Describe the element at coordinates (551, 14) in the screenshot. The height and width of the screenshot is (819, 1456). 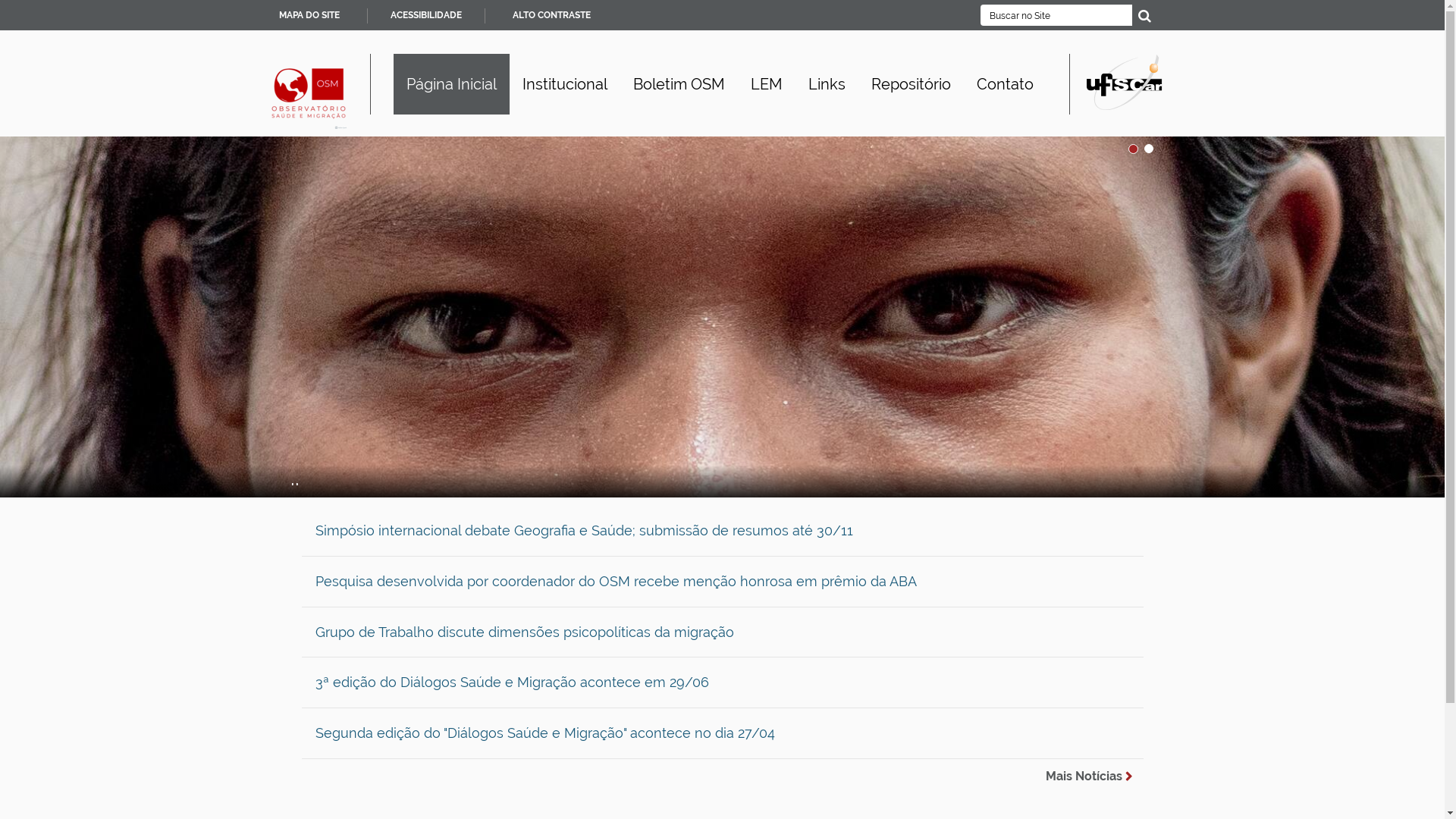
I see `'ALTO CONTRASTE'` at that location.